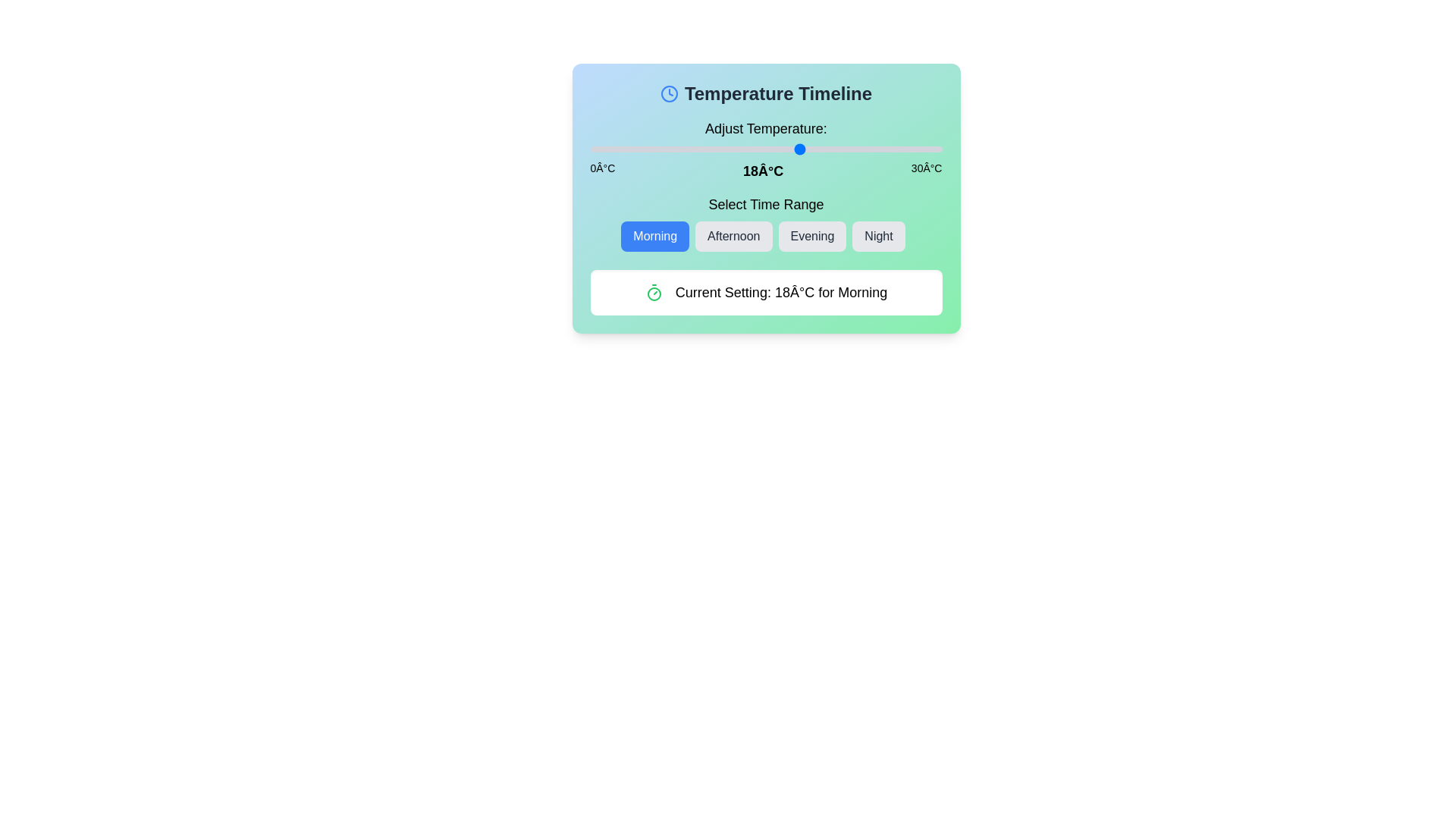 Image resolution: width=1456 pixels, height=819 pixels. Describe the element at coordinates (655, 237) in the screenshot. I see `the 'Morning' button to select the corresponding time range` at that location.